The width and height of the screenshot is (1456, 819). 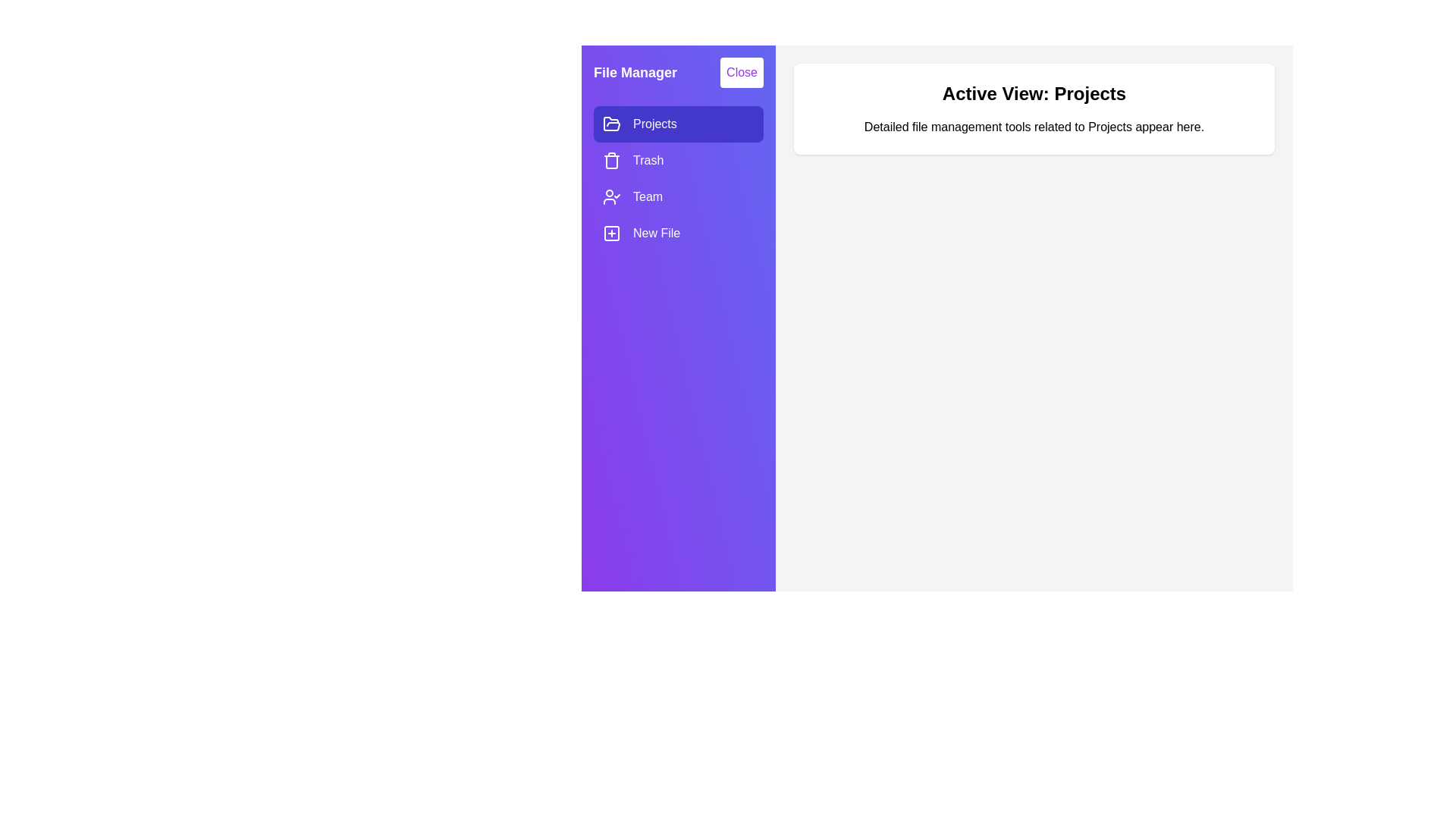 What do you see at coordinates (677, 234) in the screenshot?
I see `the item New File in the drawer` at bounding box center [677, 234].